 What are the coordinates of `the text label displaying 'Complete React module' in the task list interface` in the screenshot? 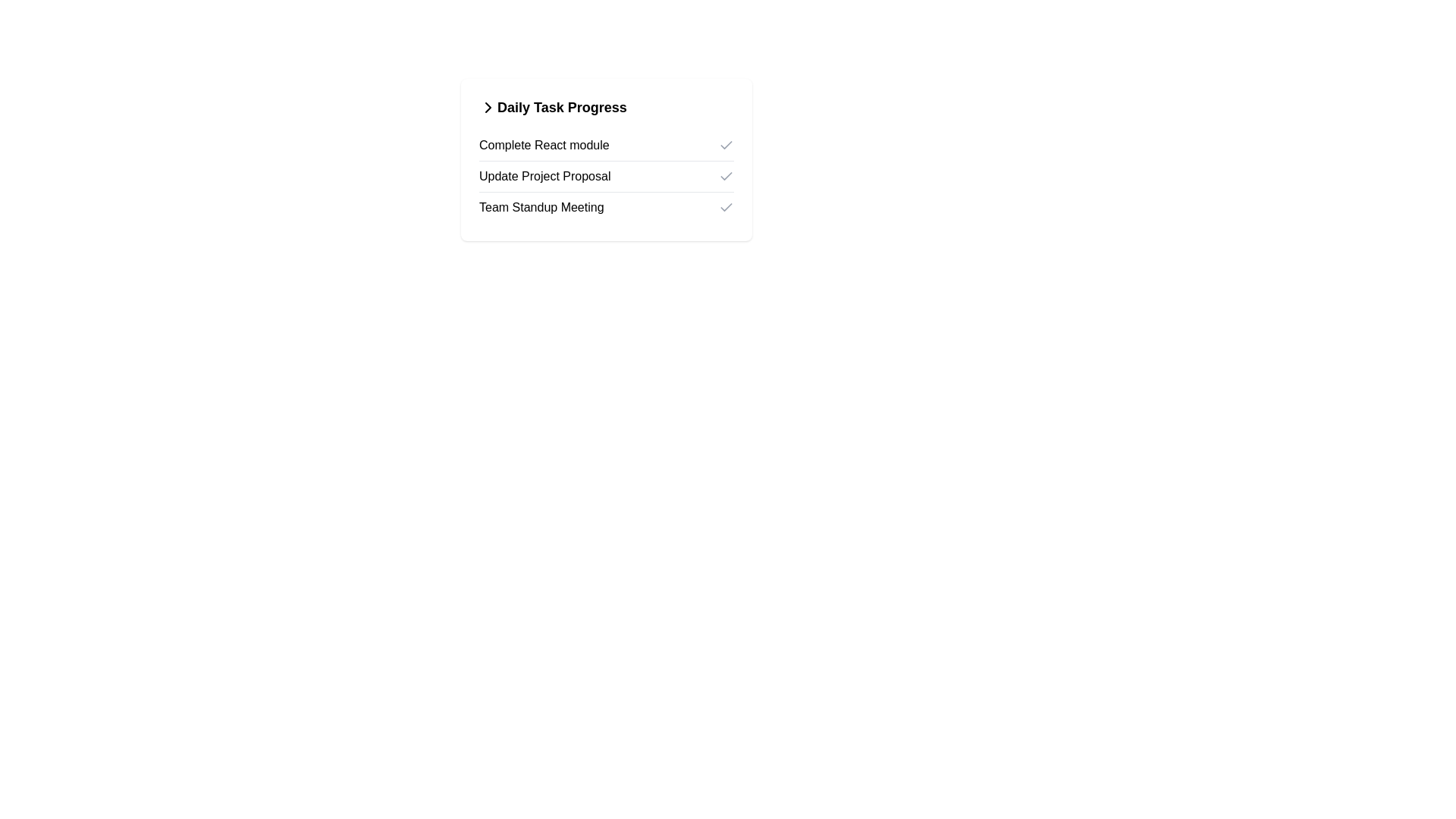 It's located at (544, 146).